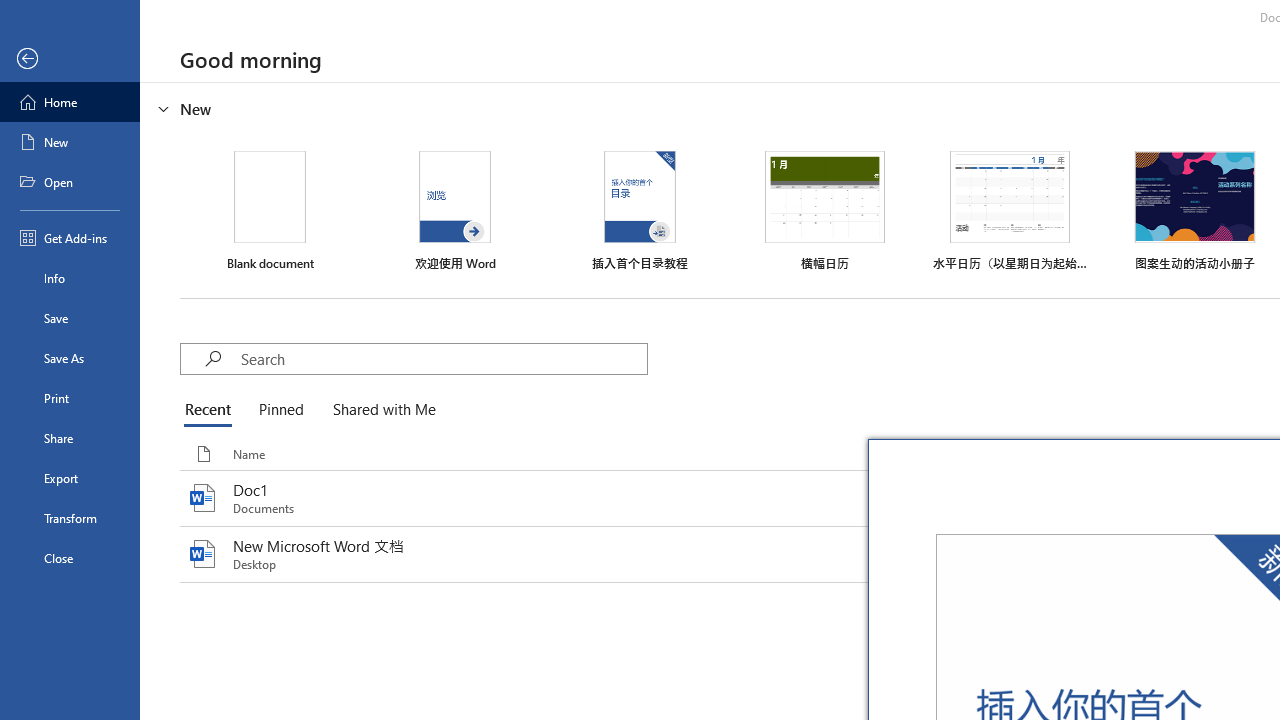 This screenshot has height=720, width=1280. I want to click on 'Back', so click(69, 58).